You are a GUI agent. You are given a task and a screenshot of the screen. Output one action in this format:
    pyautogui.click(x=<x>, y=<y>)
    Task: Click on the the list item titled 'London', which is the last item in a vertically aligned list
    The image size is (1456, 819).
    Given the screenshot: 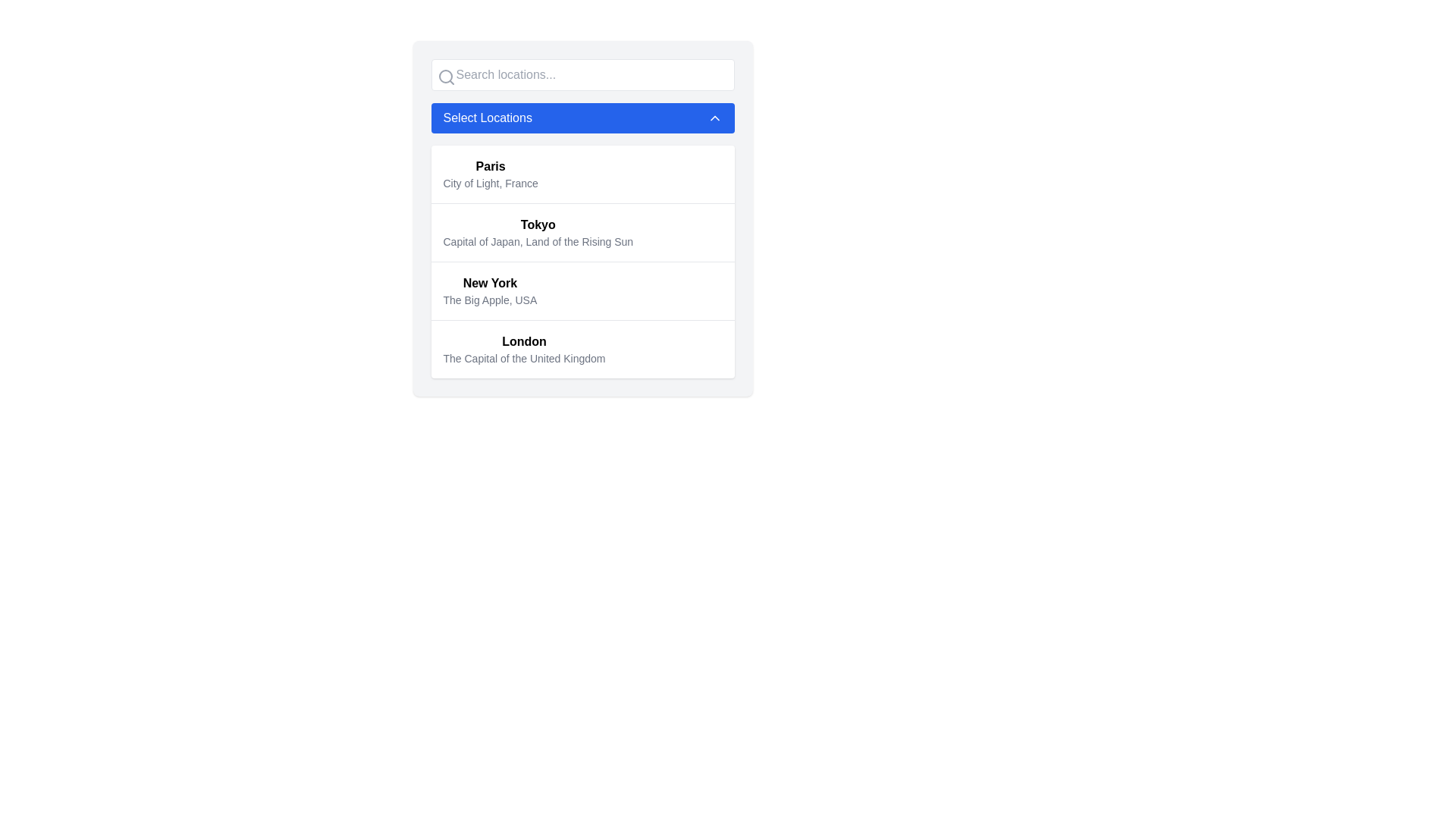 What is the action you would take?
    pyautogui.click(x=582, y=349)
    